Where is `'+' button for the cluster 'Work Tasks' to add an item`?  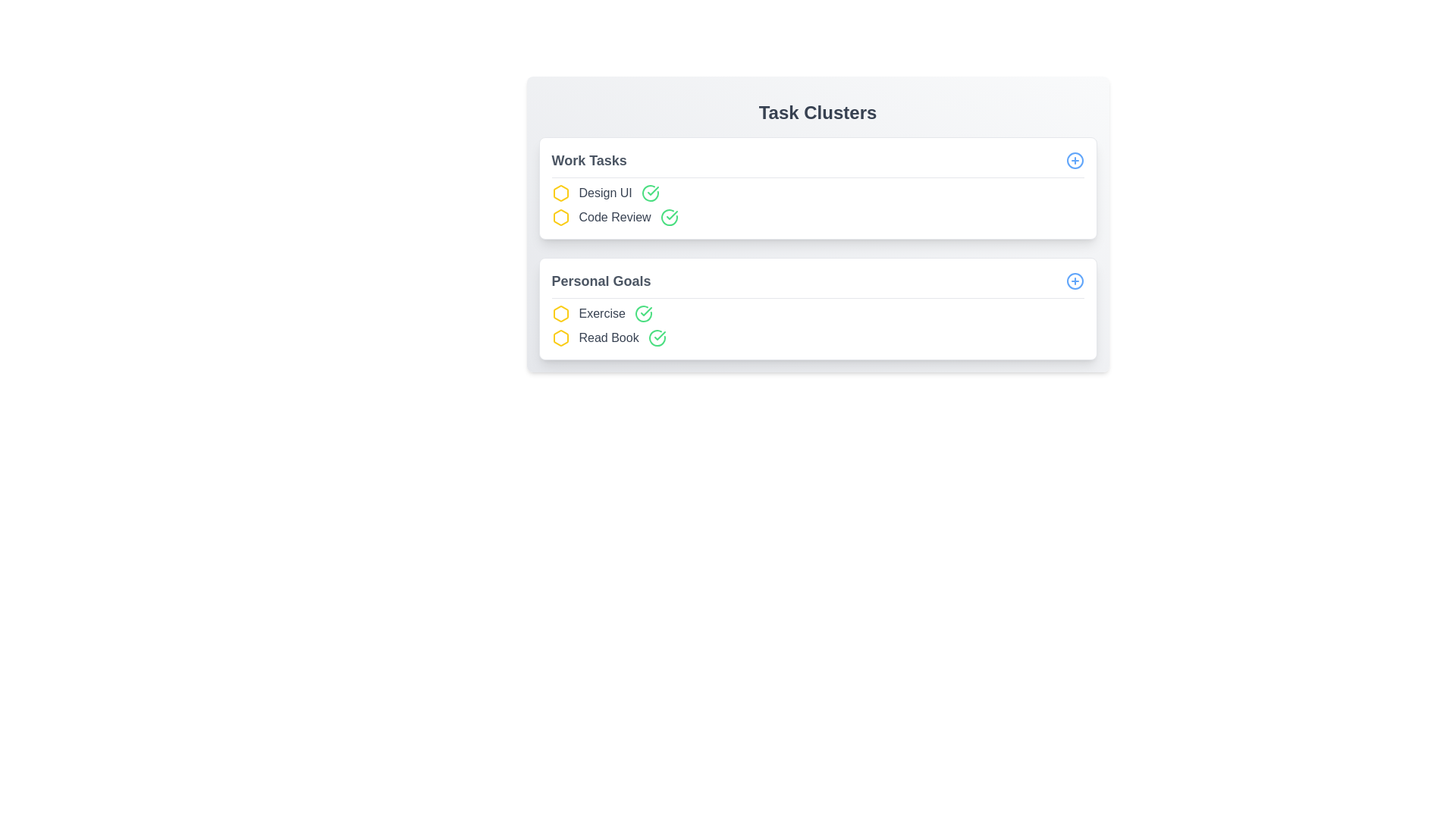 '+' button for the cluster 'Work Tasks' to add an item is located at coordinates (1074, 161).